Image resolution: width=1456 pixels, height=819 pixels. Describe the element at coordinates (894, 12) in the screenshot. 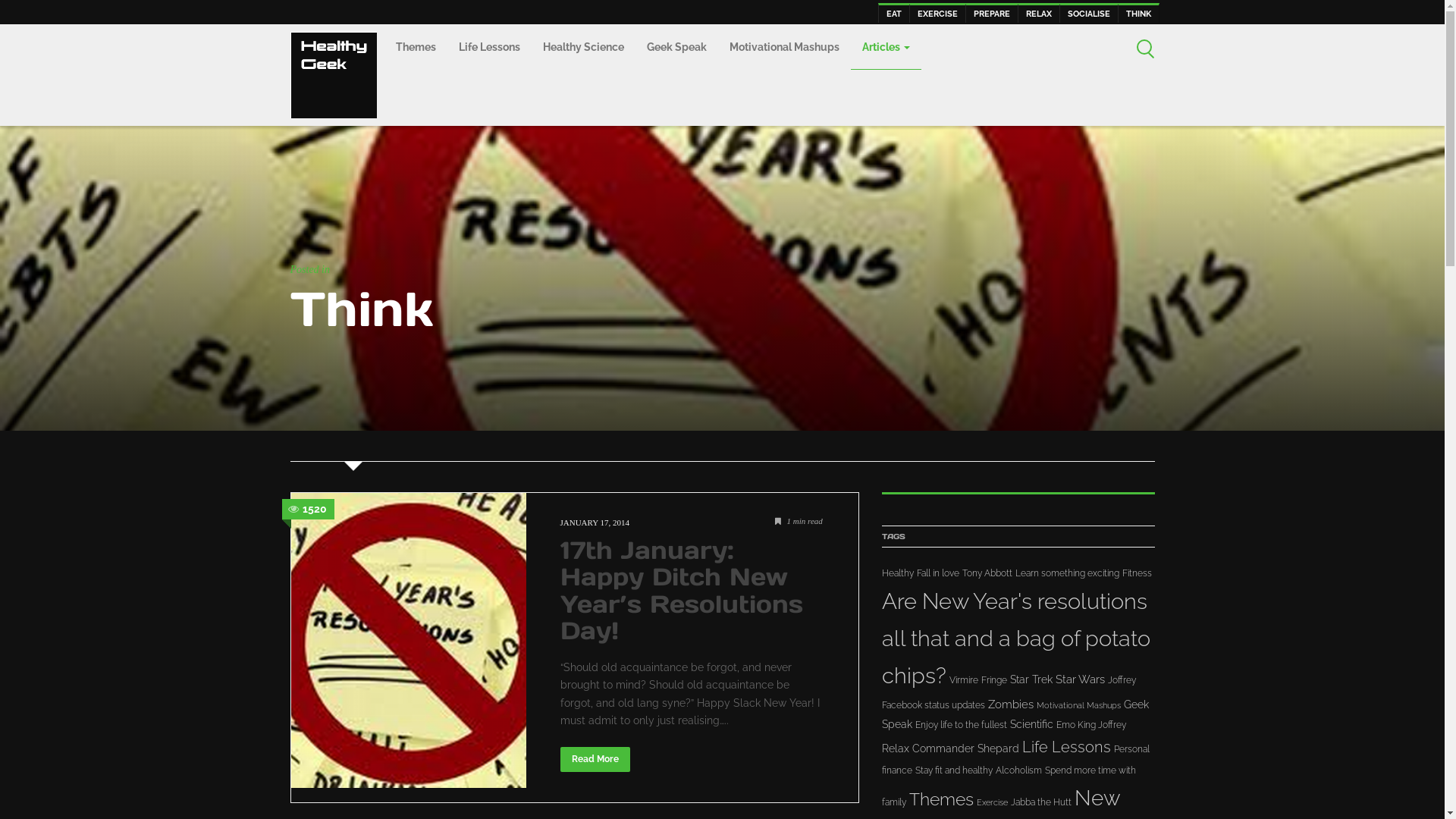

I see `'EAT'` at that location.